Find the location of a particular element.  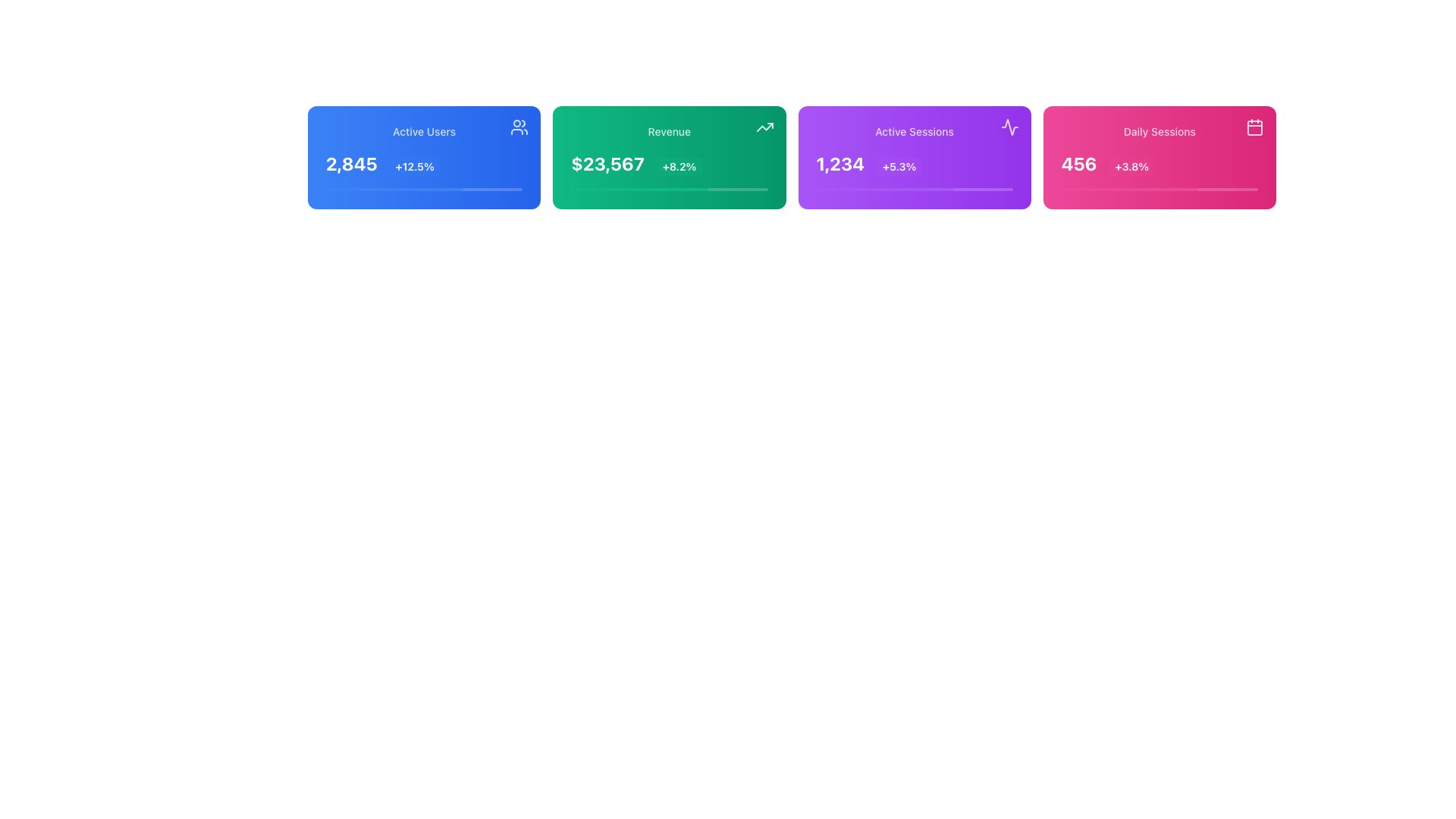

the decorative icon is located at coordinates (1255, 127).